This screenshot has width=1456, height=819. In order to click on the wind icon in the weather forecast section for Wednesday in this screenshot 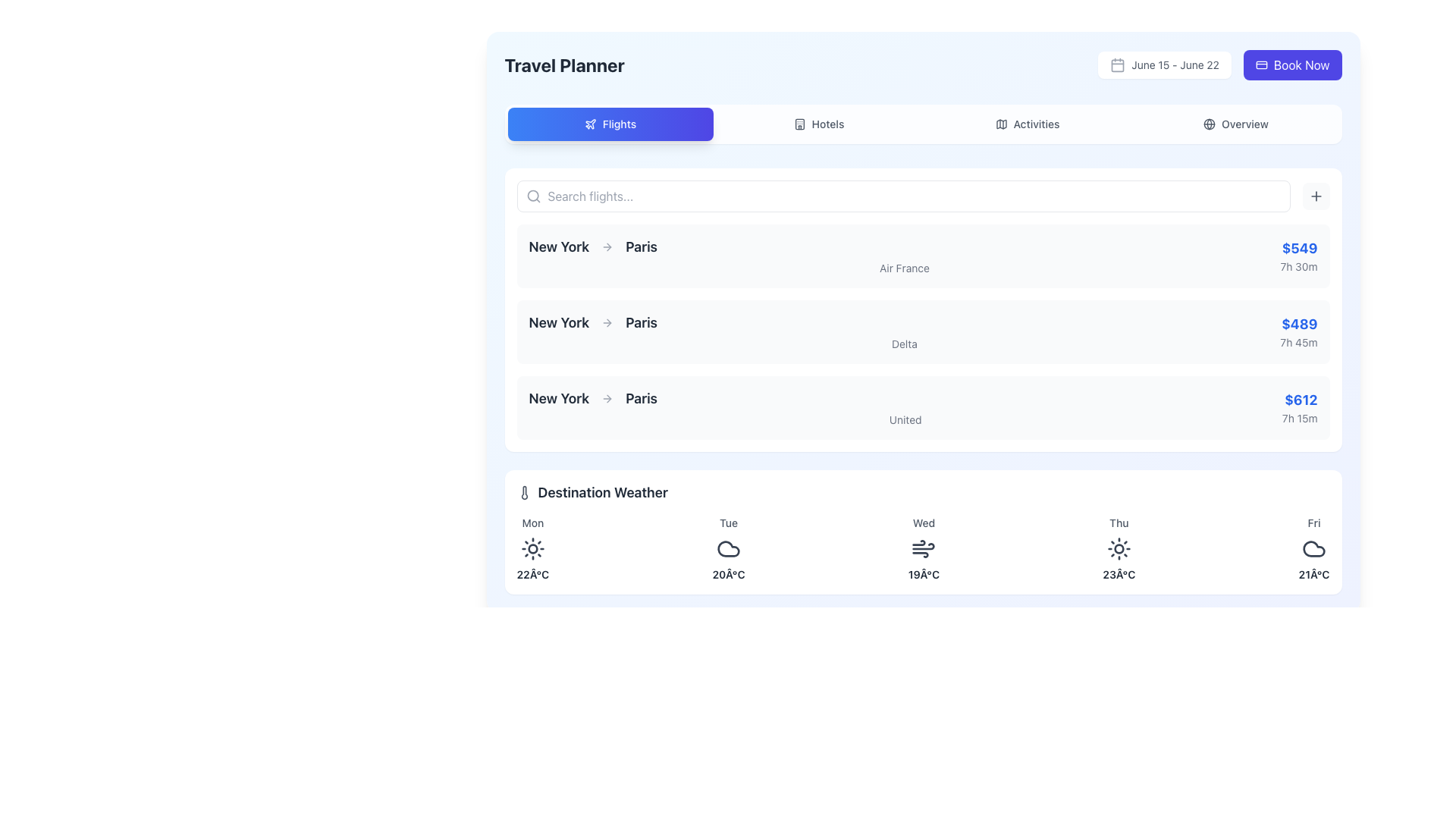, I will do `click(923, 549)`.